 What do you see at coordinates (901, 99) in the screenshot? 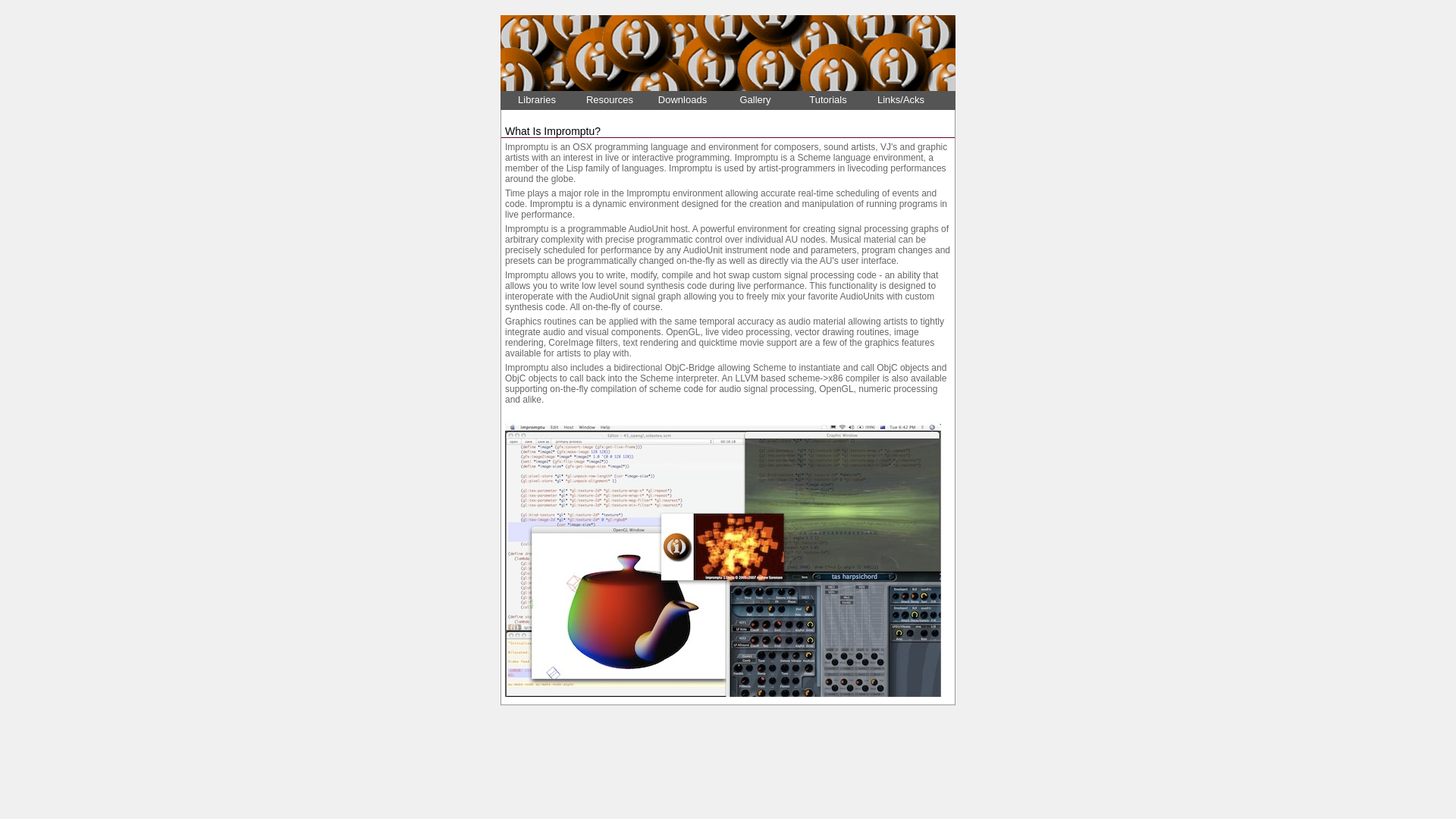
I see `'Links/Acks'` at bounding box center [901, 99].